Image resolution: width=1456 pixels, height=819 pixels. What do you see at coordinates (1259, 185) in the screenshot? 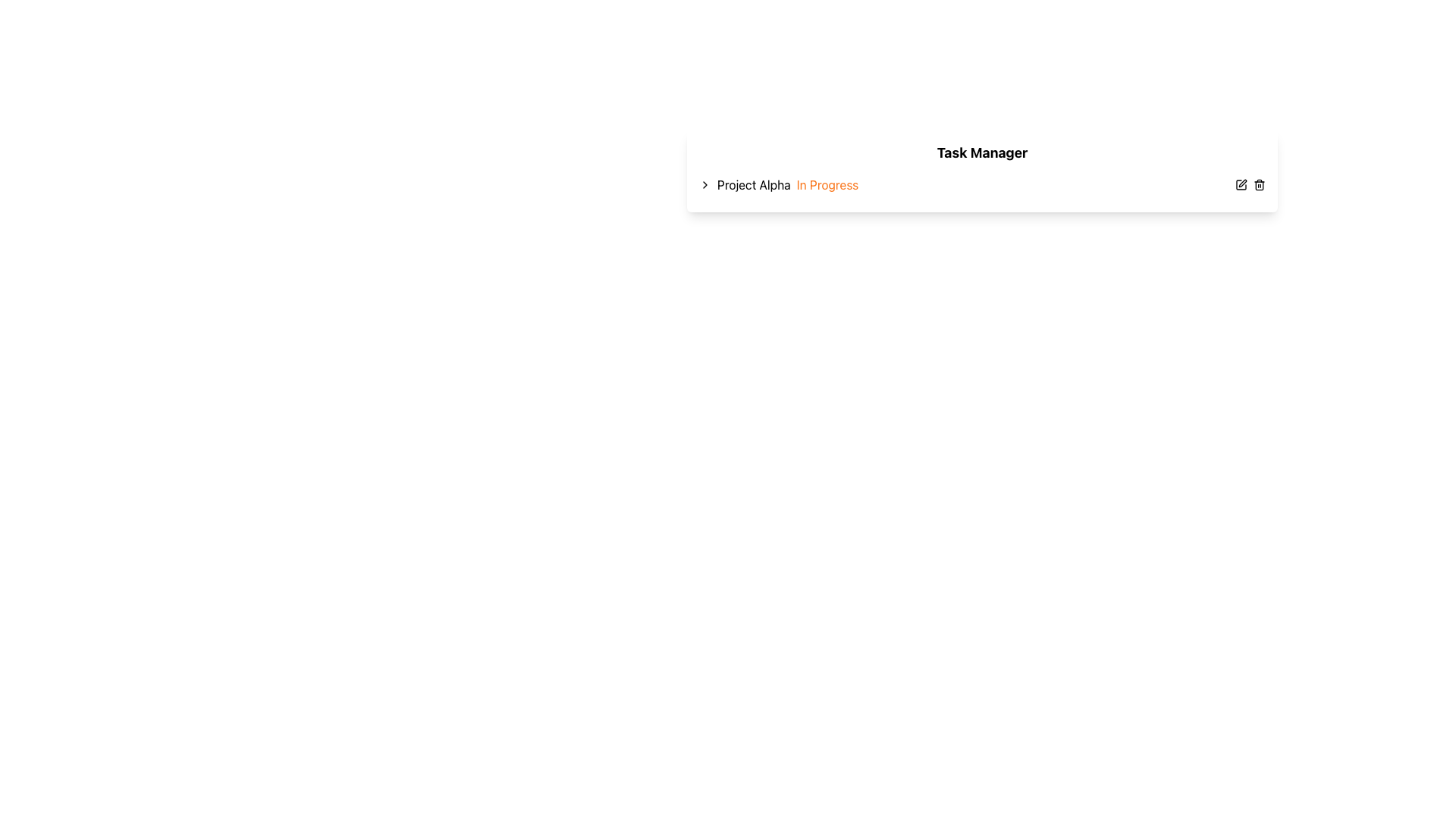
I see `the trash icon, which is part of a graphical icon indicating delete action` at bounding box center [1259, 185].